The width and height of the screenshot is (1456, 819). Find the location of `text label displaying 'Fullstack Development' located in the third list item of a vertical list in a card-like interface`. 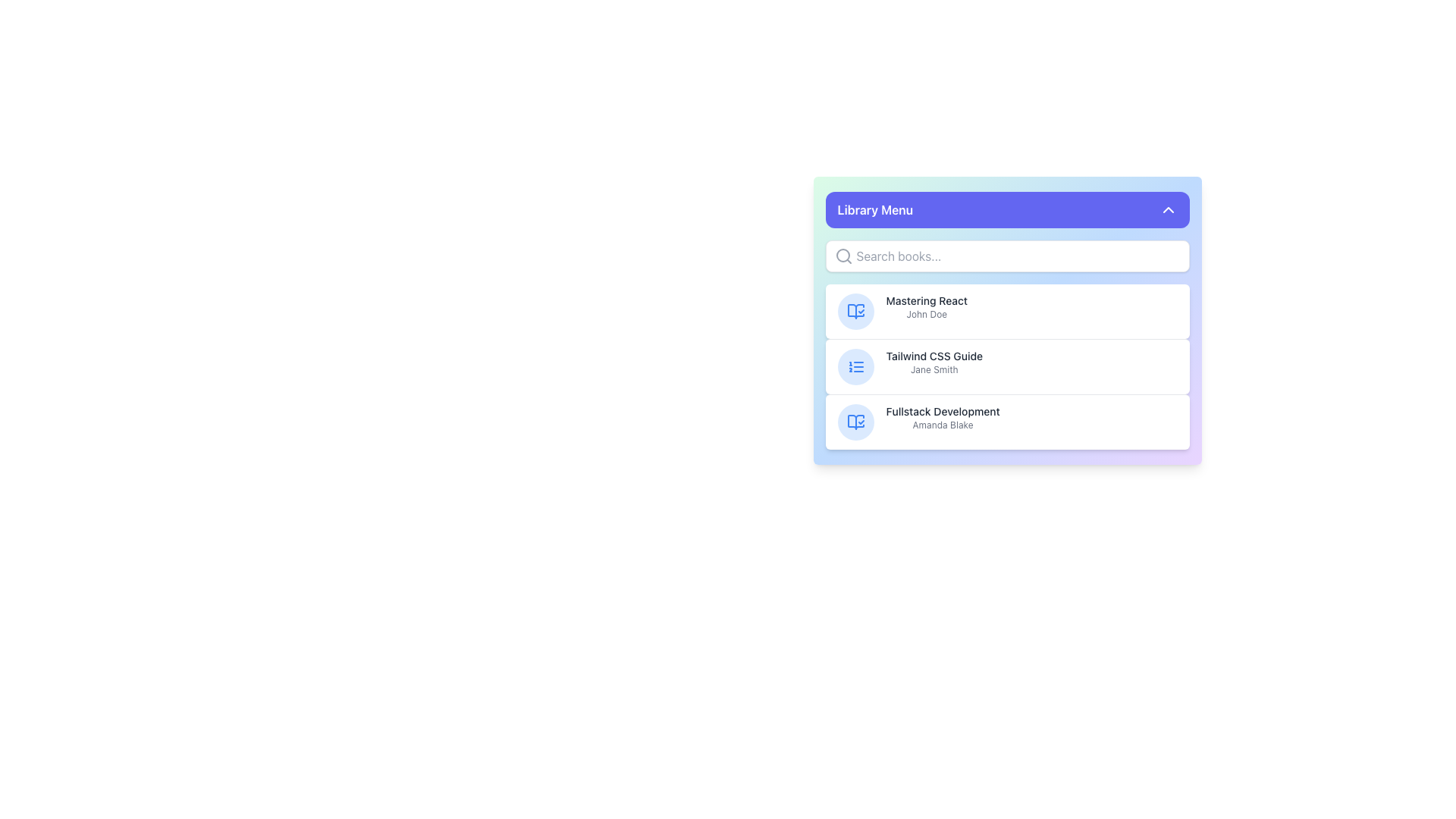

text label displaying 'Fullstack Development' located in the third list item of a vertical list in a card-like interface is located at coordinates (942, 412).